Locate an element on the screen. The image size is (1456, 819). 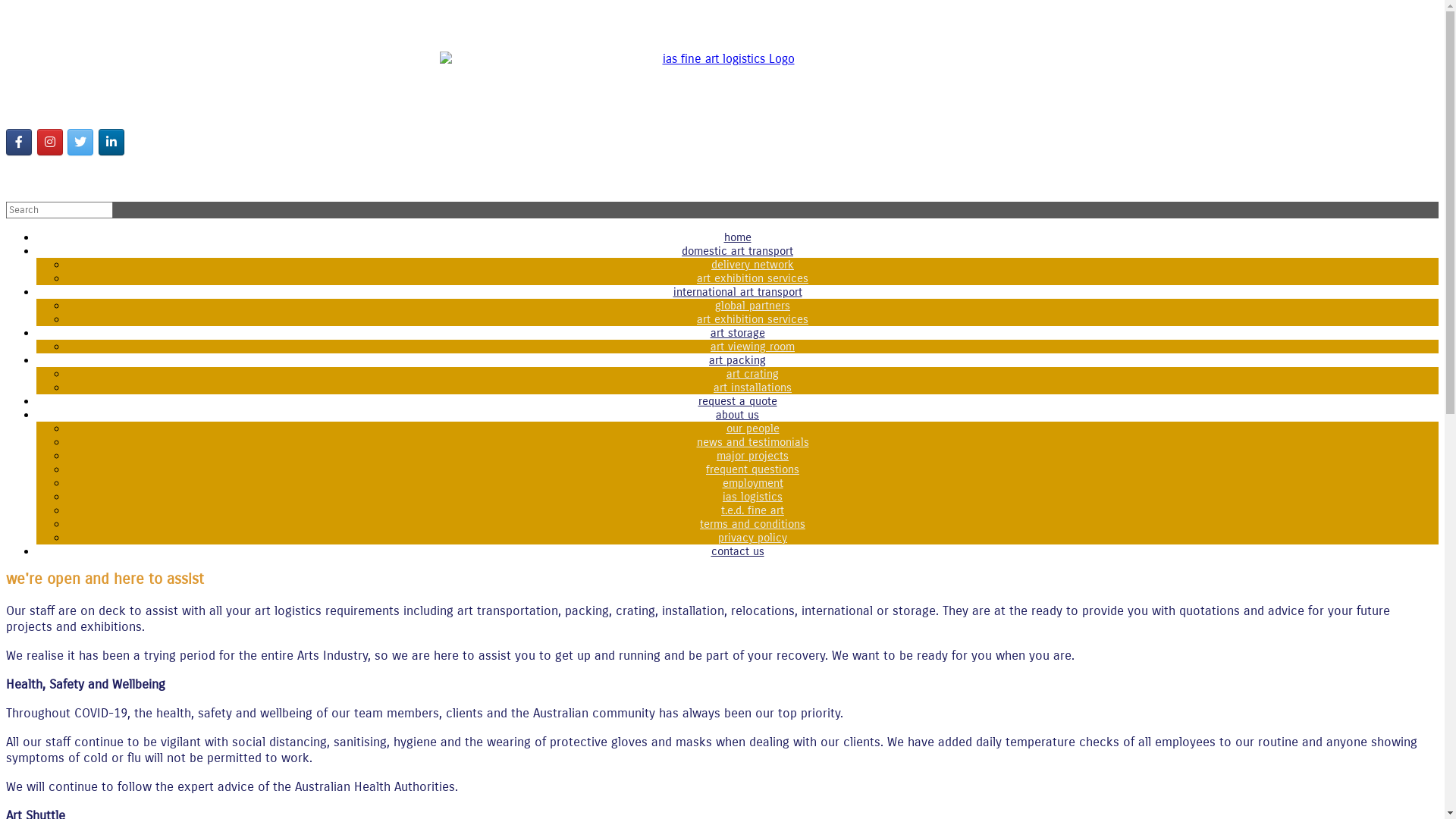
'art storage' is located at coordinates (736, 332).